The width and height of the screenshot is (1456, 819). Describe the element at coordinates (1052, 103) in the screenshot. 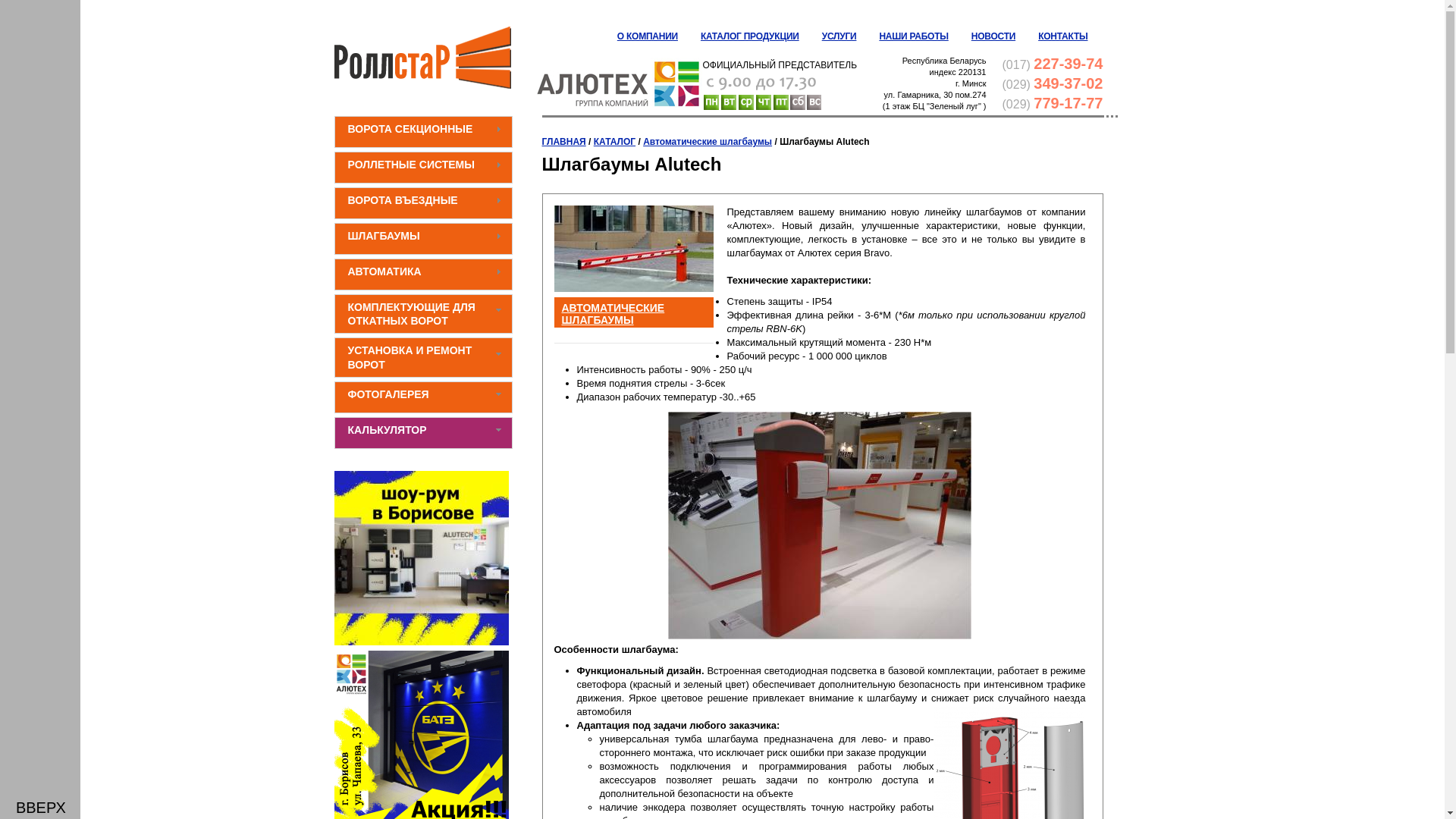

I see `'(029) 779-17-77'` at that location.